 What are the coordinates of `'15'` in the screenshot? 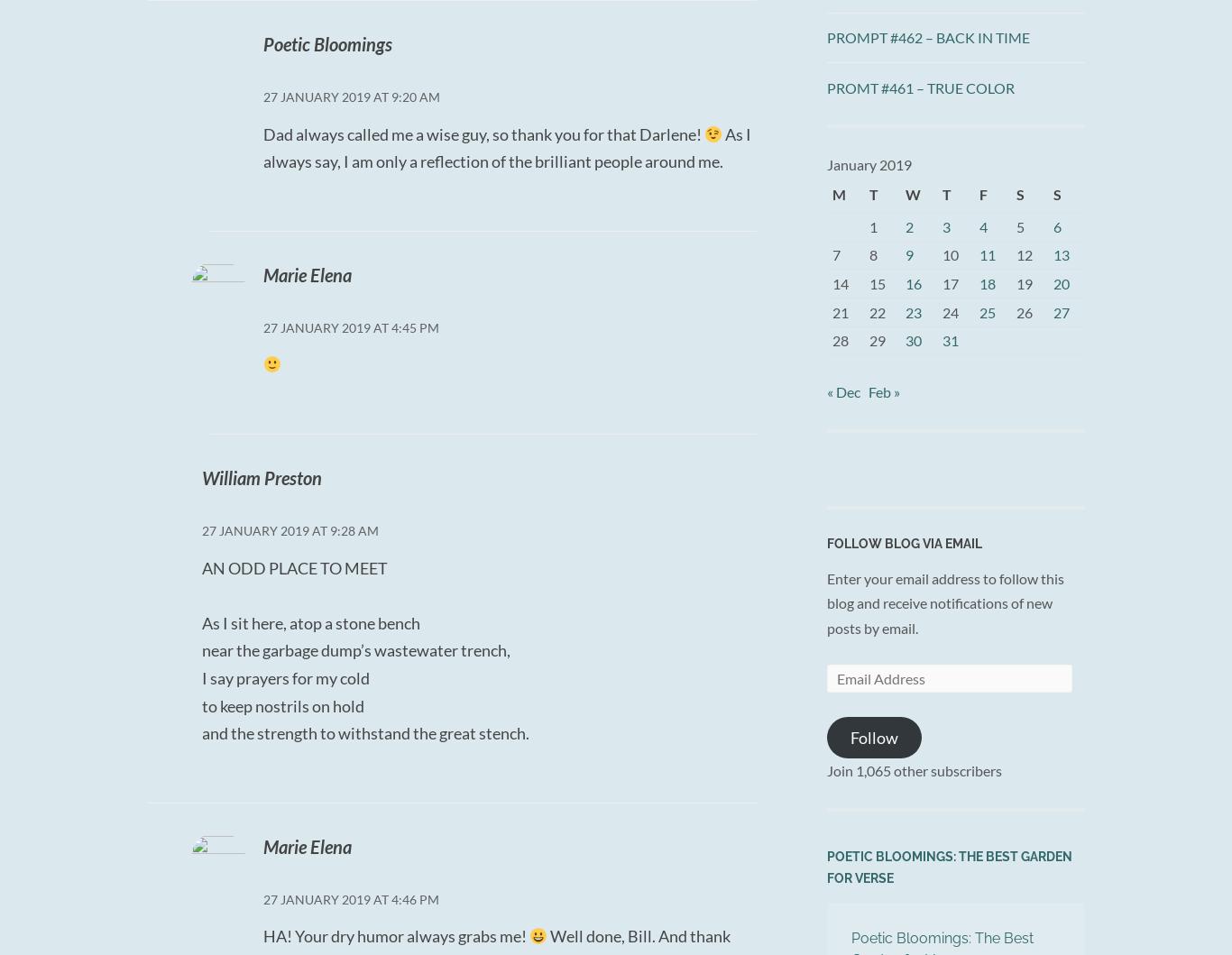 It's located at (869, 283).